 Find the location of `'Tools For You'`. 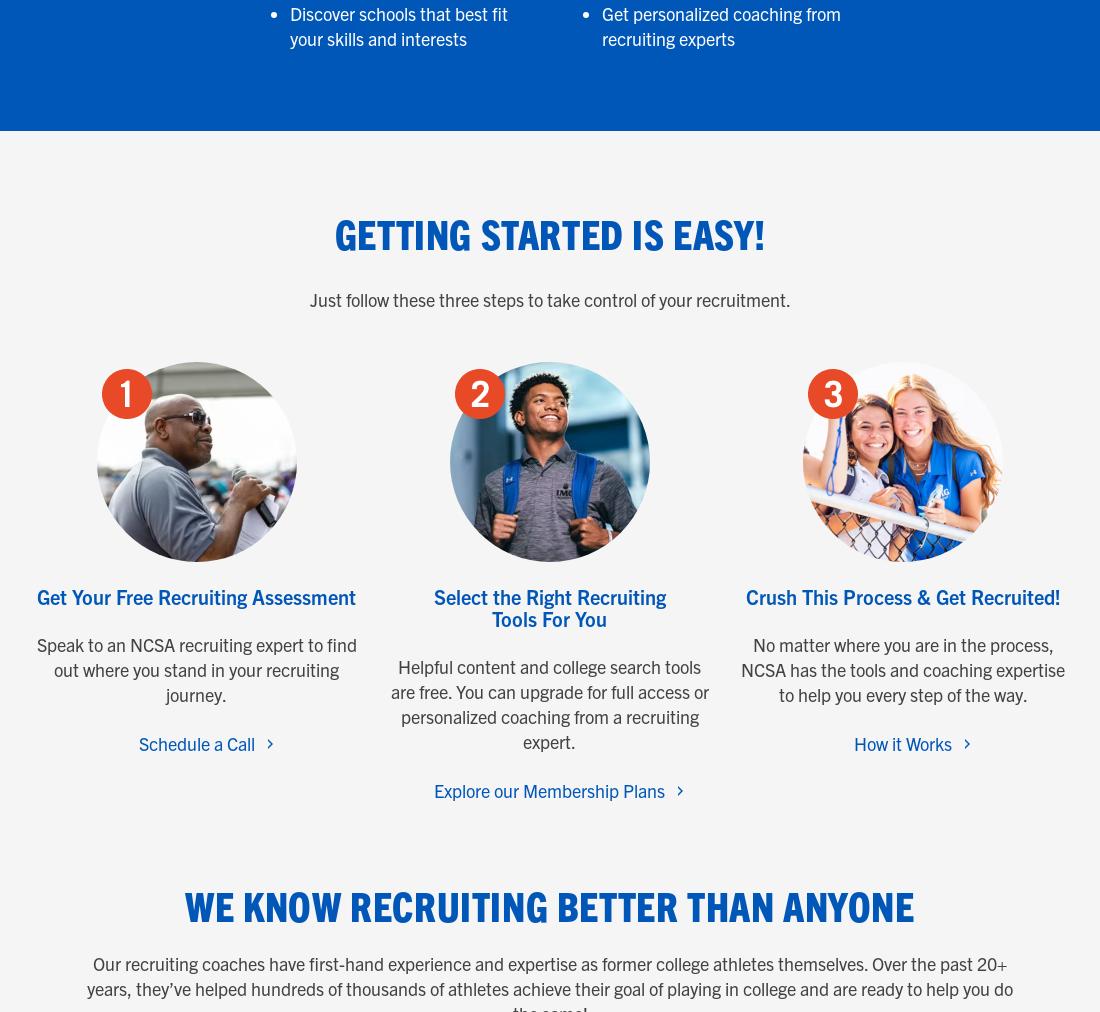

'Tools For You' is located at coordinates (492, 617).